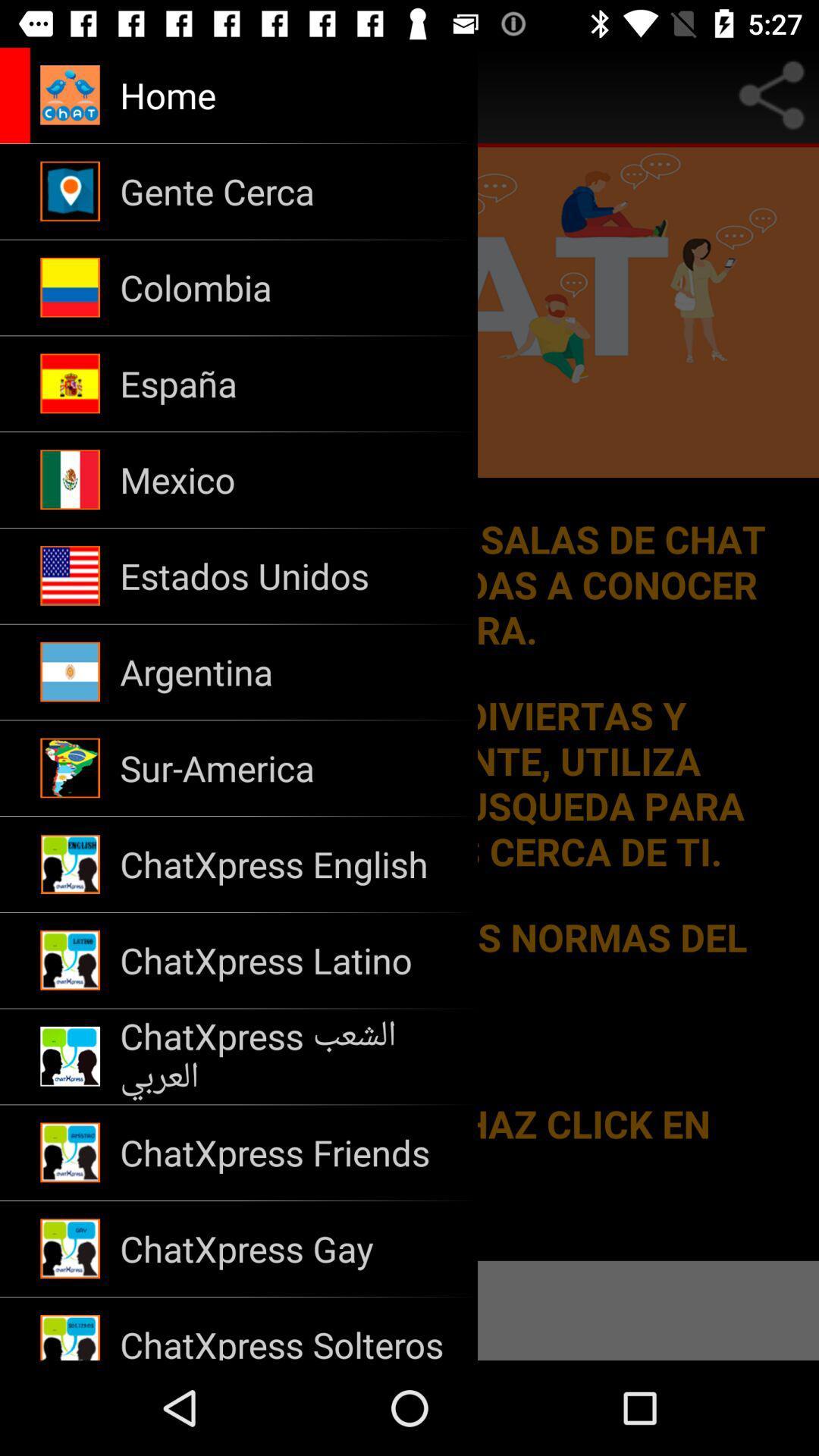 The image size is (819, 1456). Describe the element at coordinates (178, 94) in the screenshot. I see `button to go to the application home` at that location.